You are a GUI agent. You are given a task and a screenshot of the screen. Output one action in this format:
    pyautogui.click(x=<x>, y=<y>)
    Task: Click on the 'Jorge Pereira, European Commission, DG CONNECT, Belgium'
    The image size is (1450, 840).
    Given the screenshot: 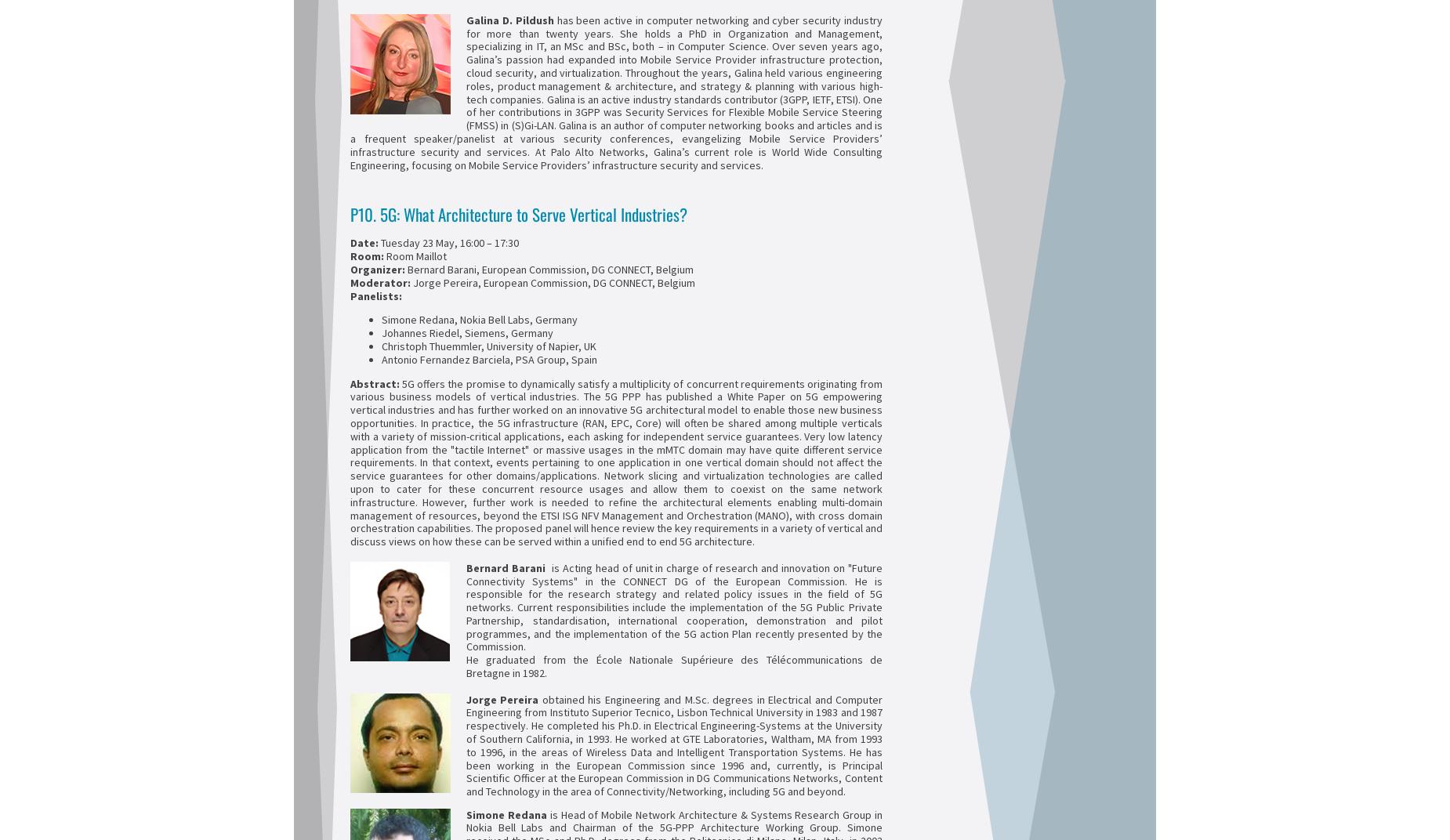 What is the action you would take?
    pyautogui.click(x=410, y=281)
    